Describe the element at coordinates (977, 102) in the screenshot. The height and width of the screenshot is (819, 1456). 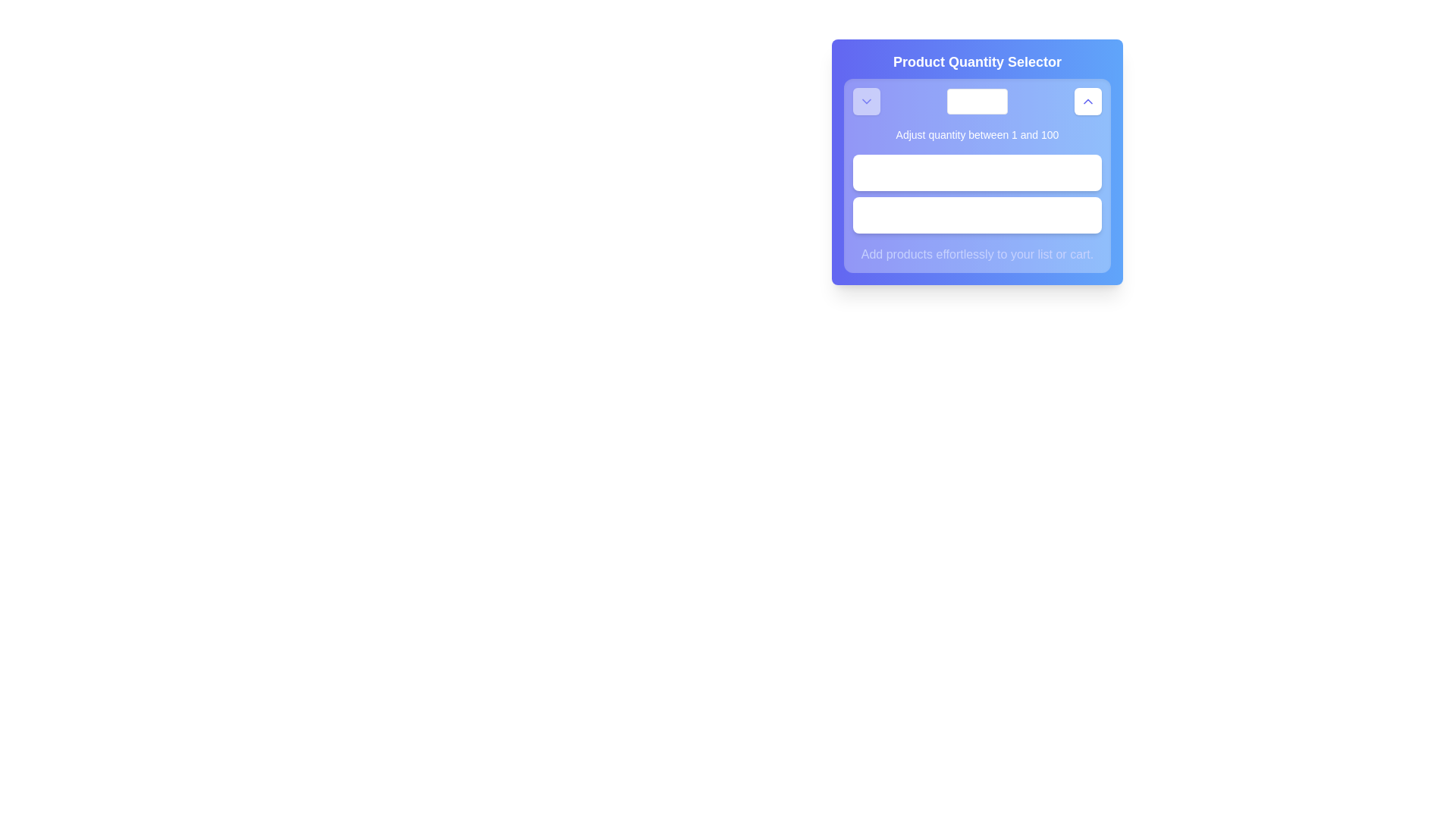
I see `the numeric input field or either of the increment or decrement buttons in the Product Quantity Selector section` at that location.